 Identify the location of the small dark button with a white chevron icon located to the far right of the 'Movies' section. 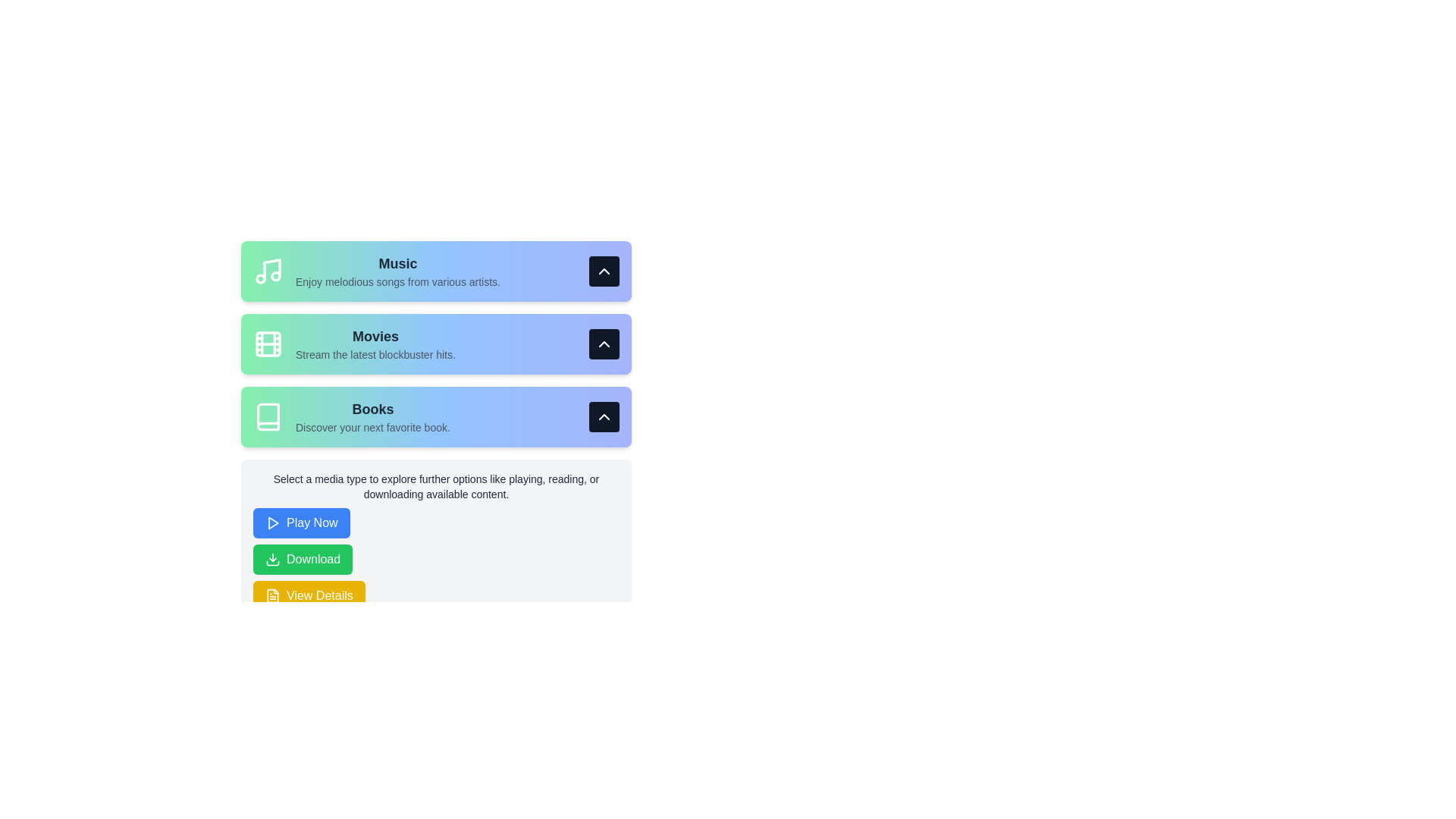
(603, 344).